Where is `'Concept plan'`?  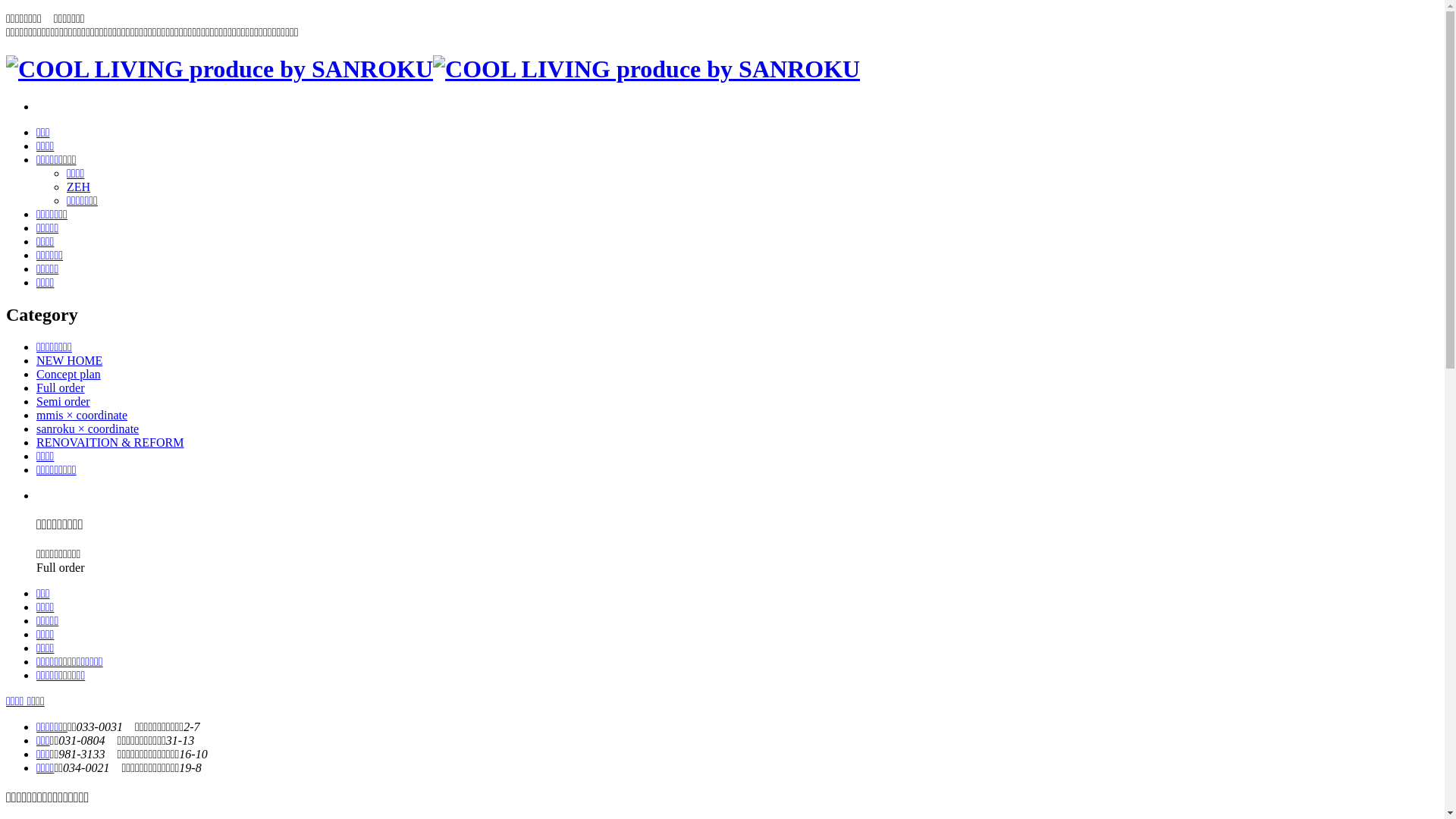 'Concept plan' is located at coordinates (36, 374).